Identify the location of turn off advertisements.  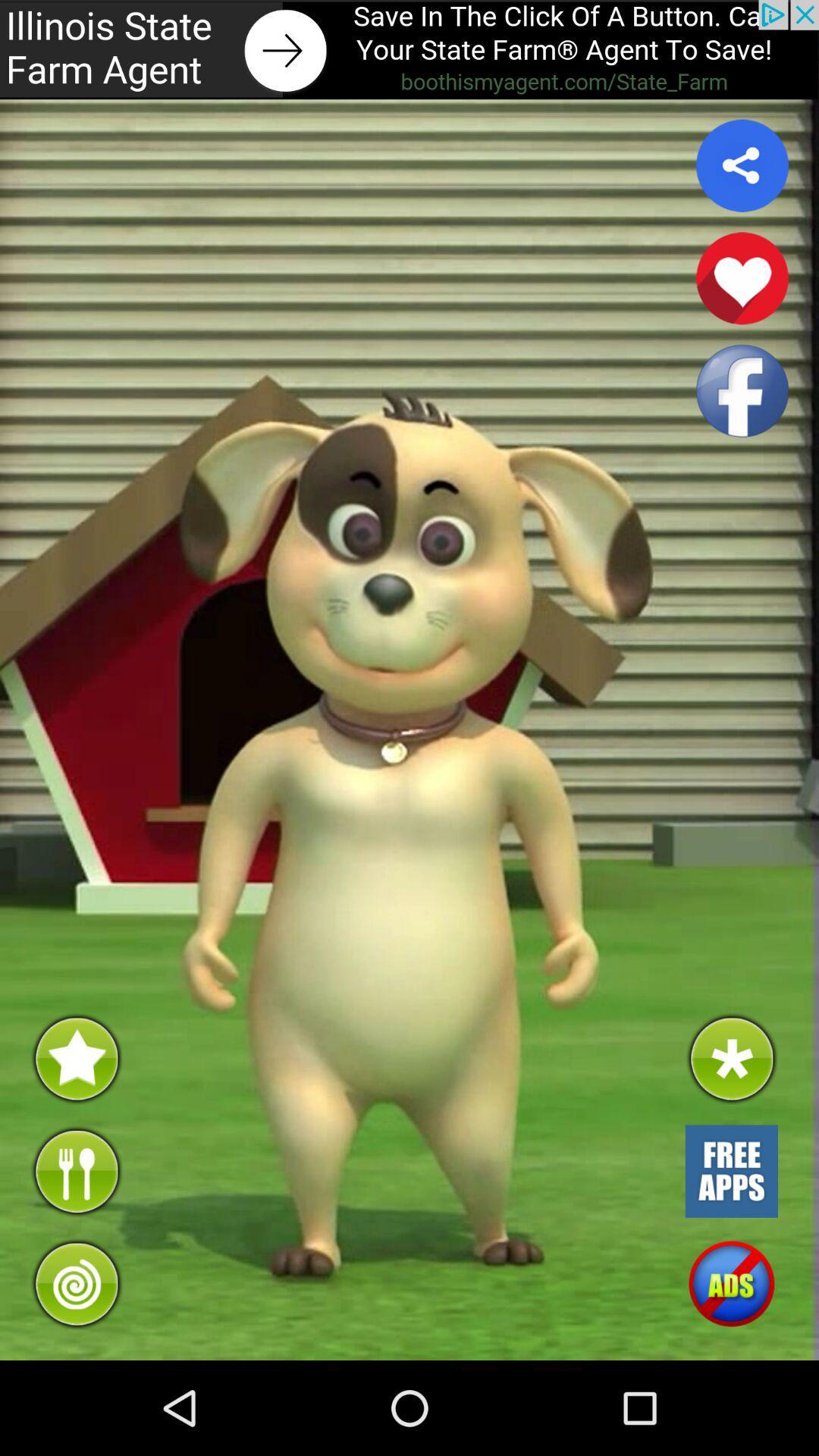
(730, 1283).